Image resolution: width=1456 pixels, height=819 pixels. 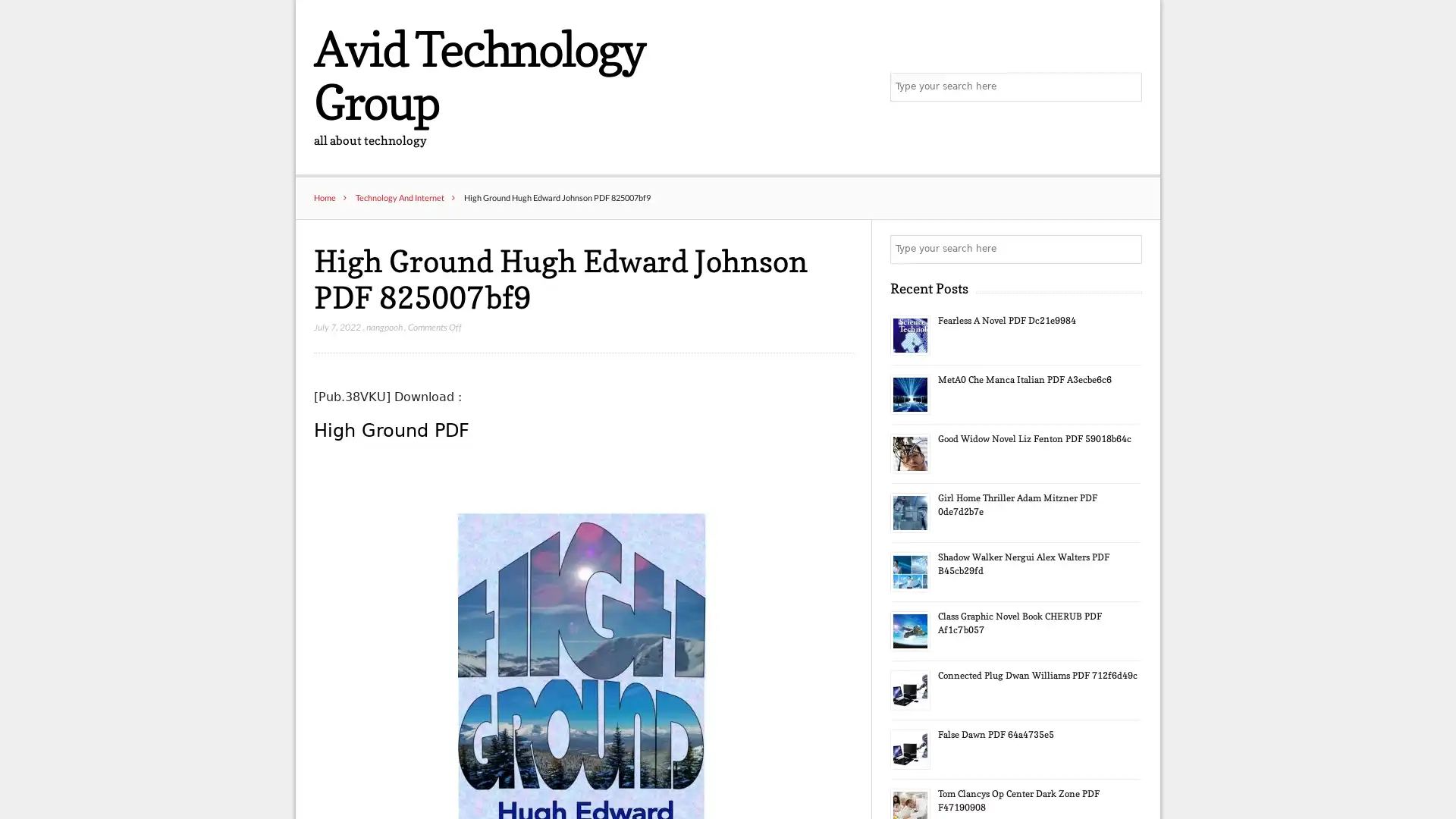 What do you see at coordinates (1126, 87) in the screenshot?
I see `Search` at bounding box center [1126, 87].